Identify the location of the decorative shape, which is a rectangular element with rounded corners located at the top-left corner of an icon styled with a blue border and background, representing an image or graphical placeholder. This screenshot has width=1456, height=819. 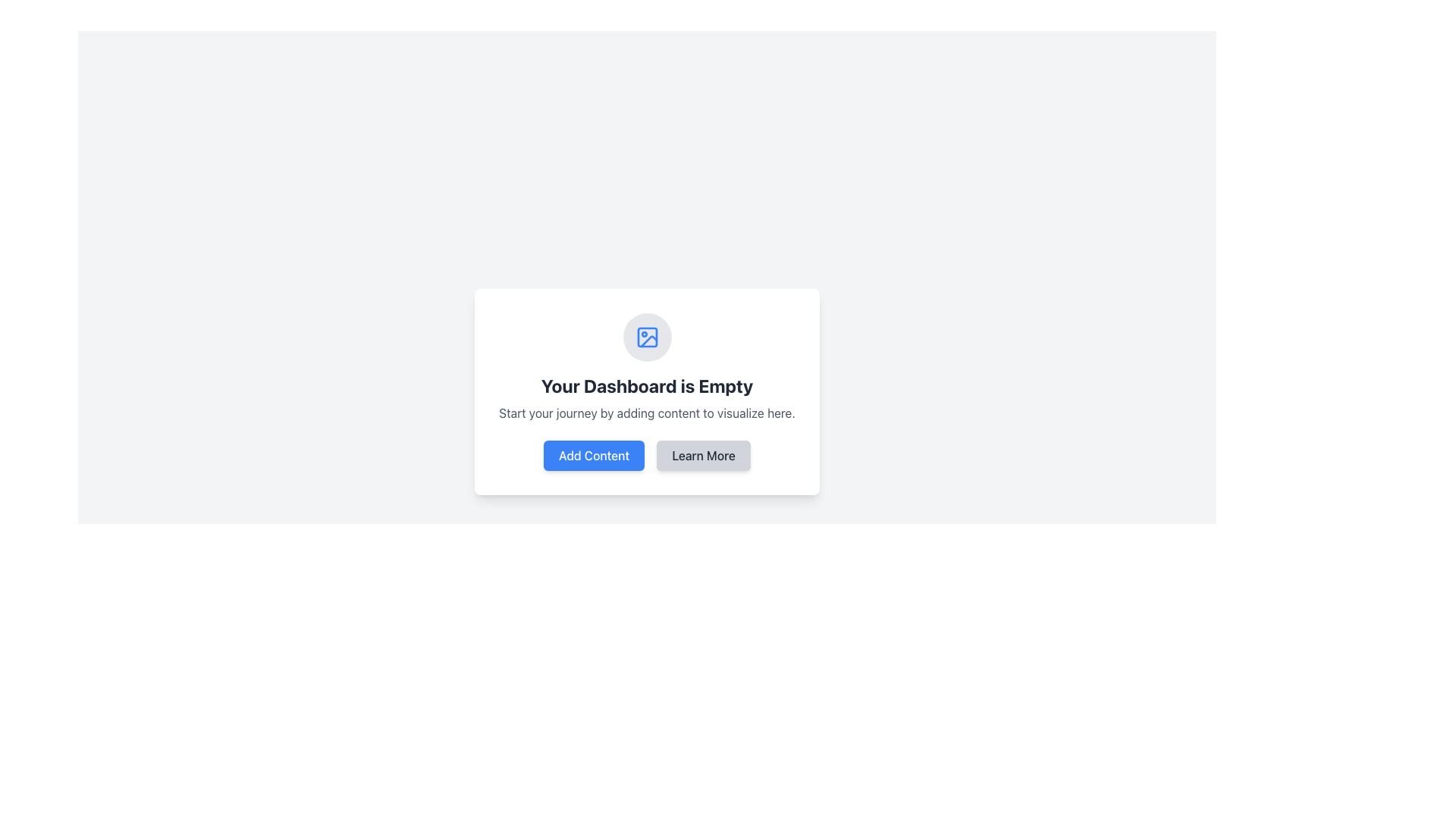
(647, 336).